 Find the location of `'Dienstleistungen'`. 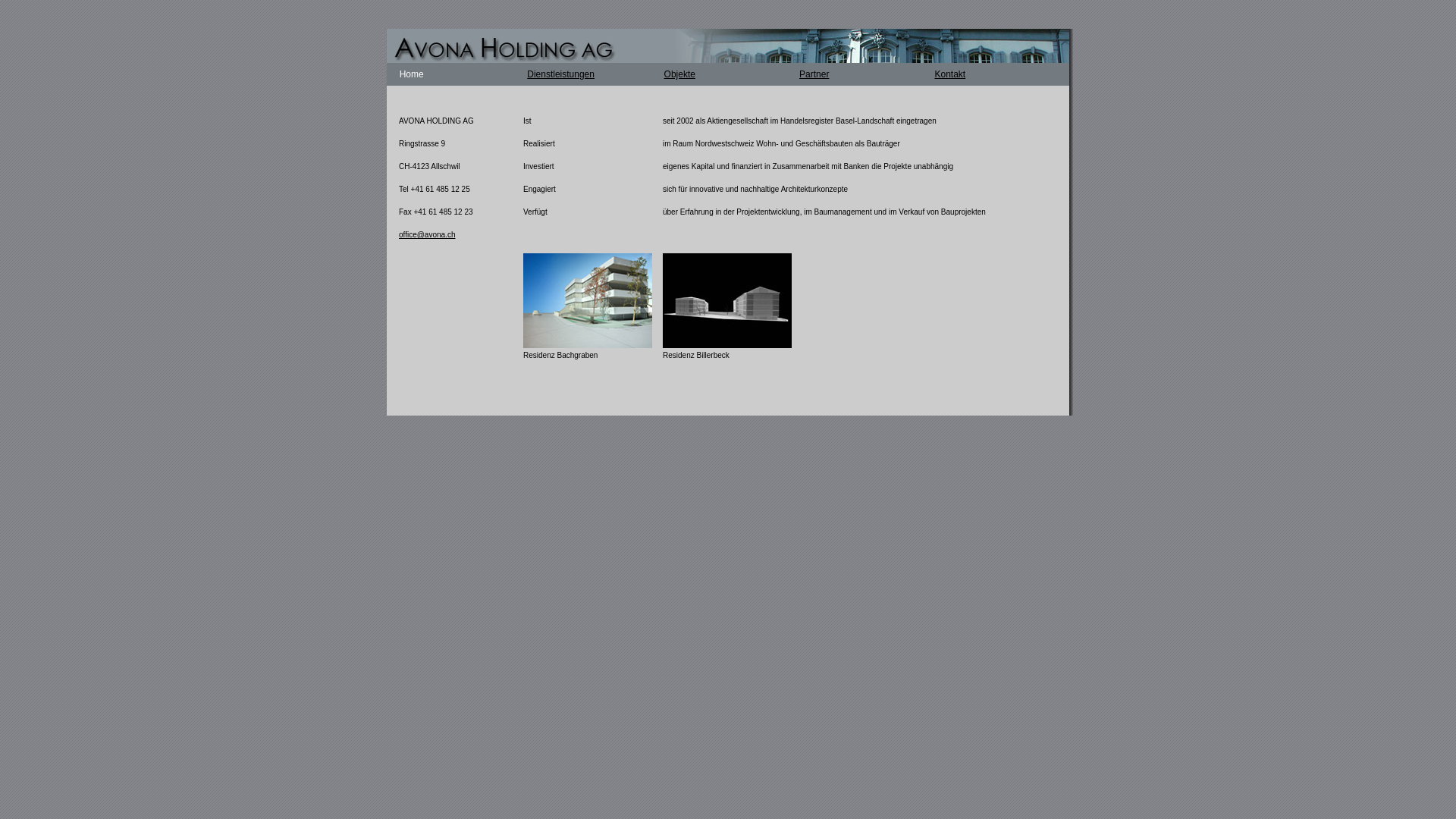

'Dienstleistungen' is located at coordinates (560, 74).